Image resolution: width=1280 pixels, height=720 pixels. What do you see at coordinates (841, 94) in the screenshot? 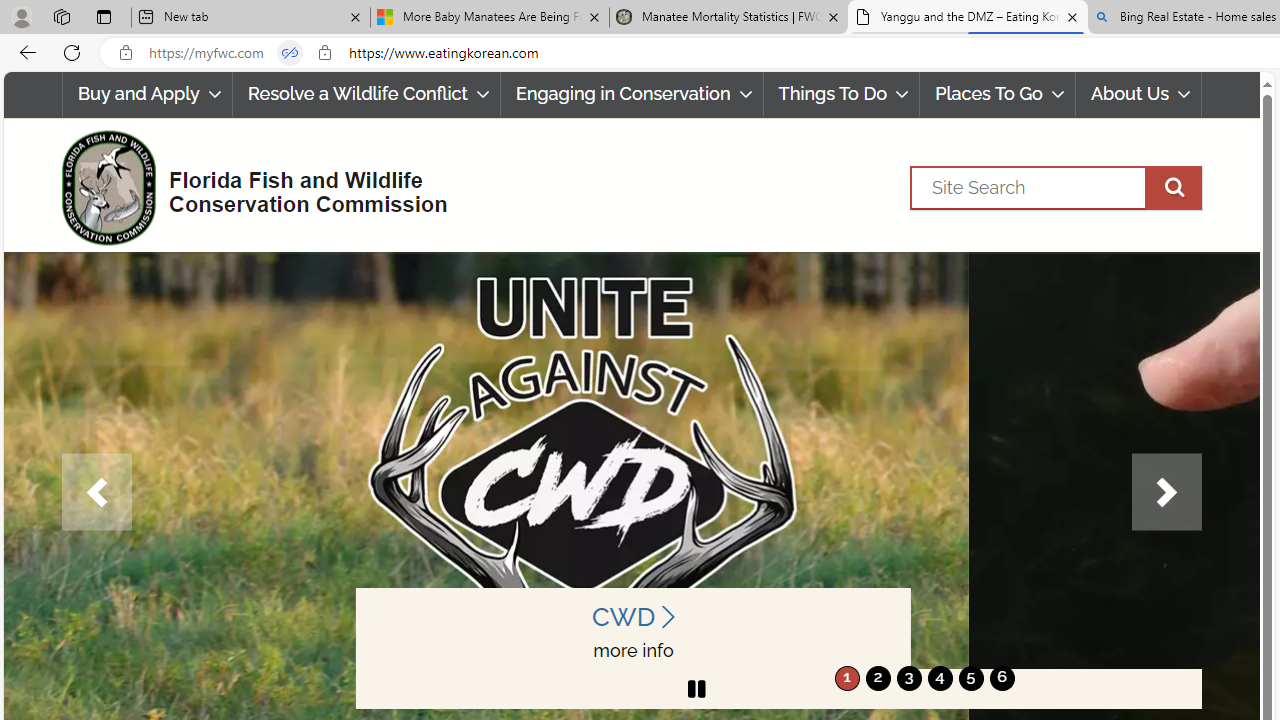
I see `'Things To Do'` at bounding box center [841, 94].